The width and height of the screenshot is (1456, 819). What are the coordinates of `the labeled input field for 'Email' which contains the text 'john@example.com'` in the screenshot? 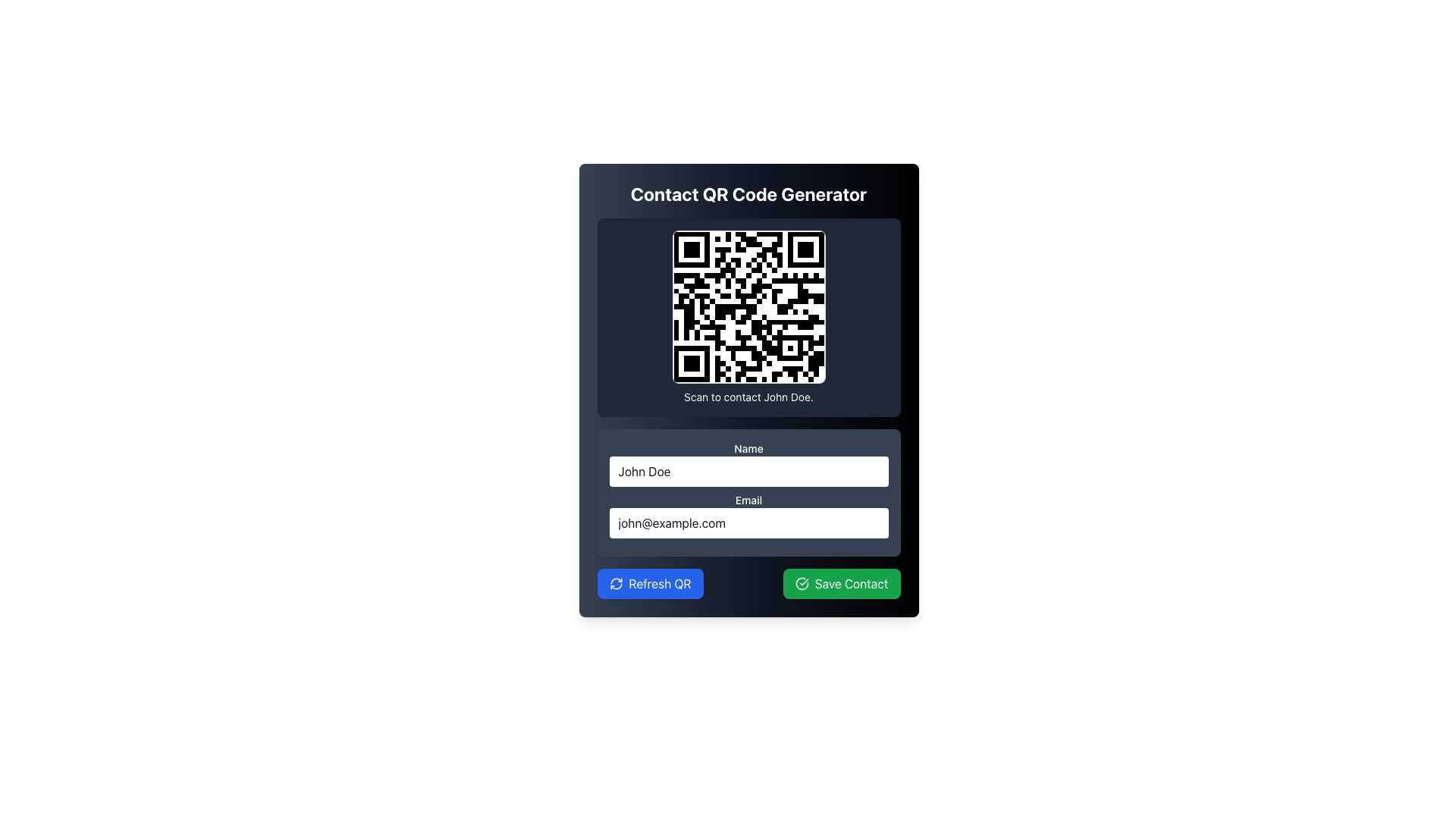 It's located at (748, 514).